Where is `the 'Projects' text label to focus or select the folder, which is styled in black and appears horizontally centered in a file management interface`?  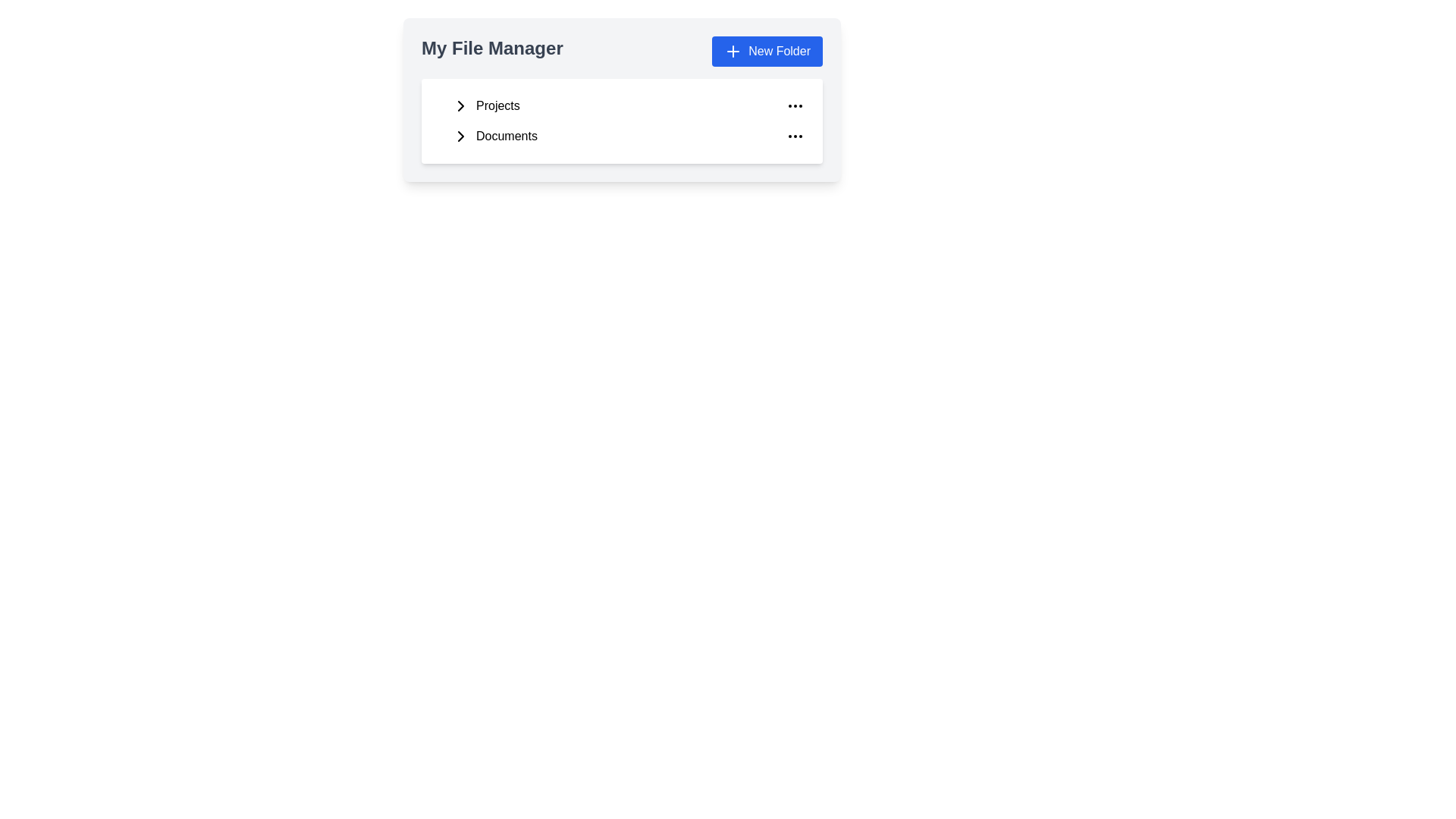
the 'Projects' text label to focus or select the folder, which is styled in black and appears horizontally centered in a file management interface is located at coordinates (497, 105).